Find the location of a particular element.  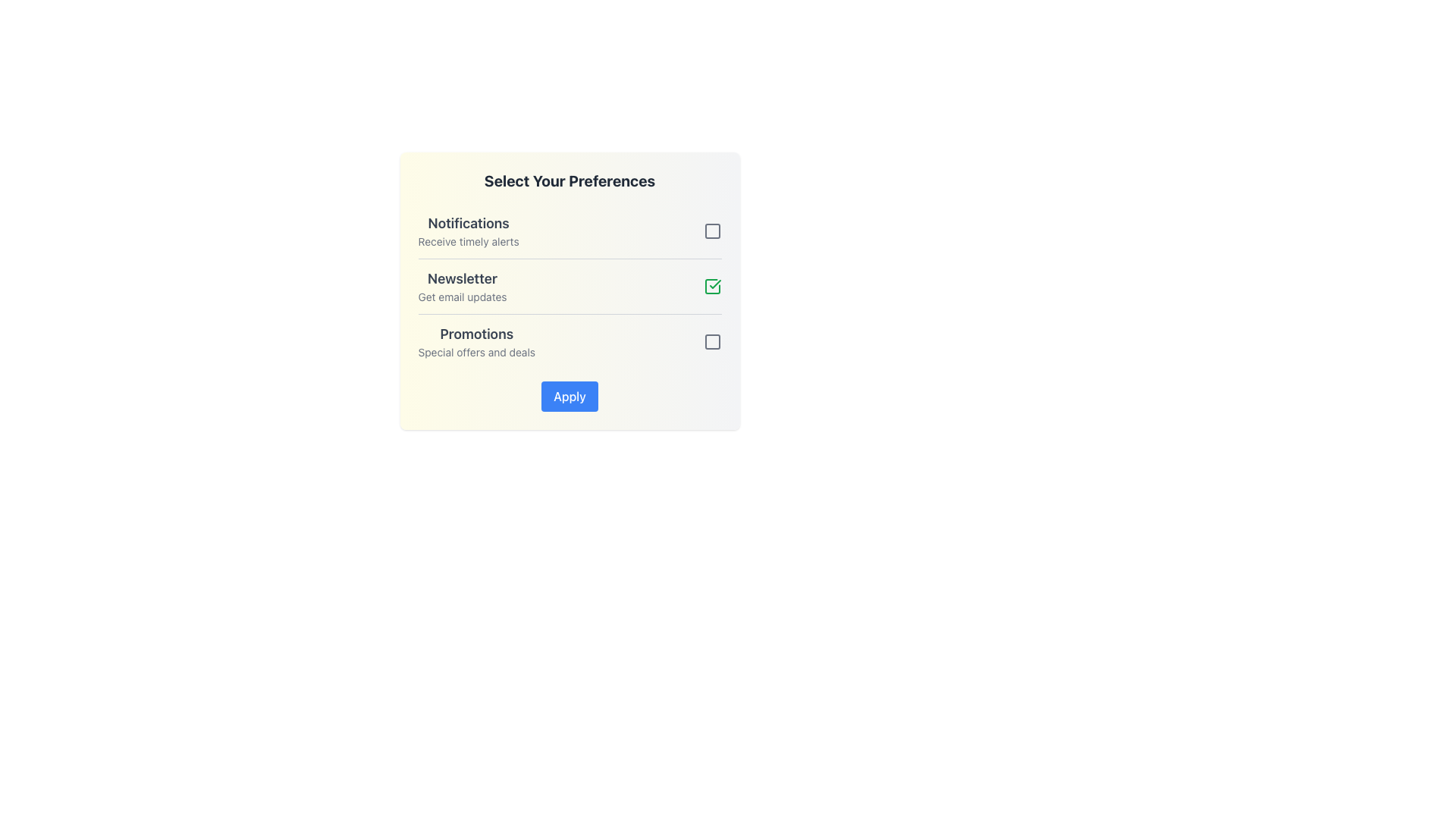

the checkbox located to the far right of the 'Notifications' entry is located at coordinates (711, 231).